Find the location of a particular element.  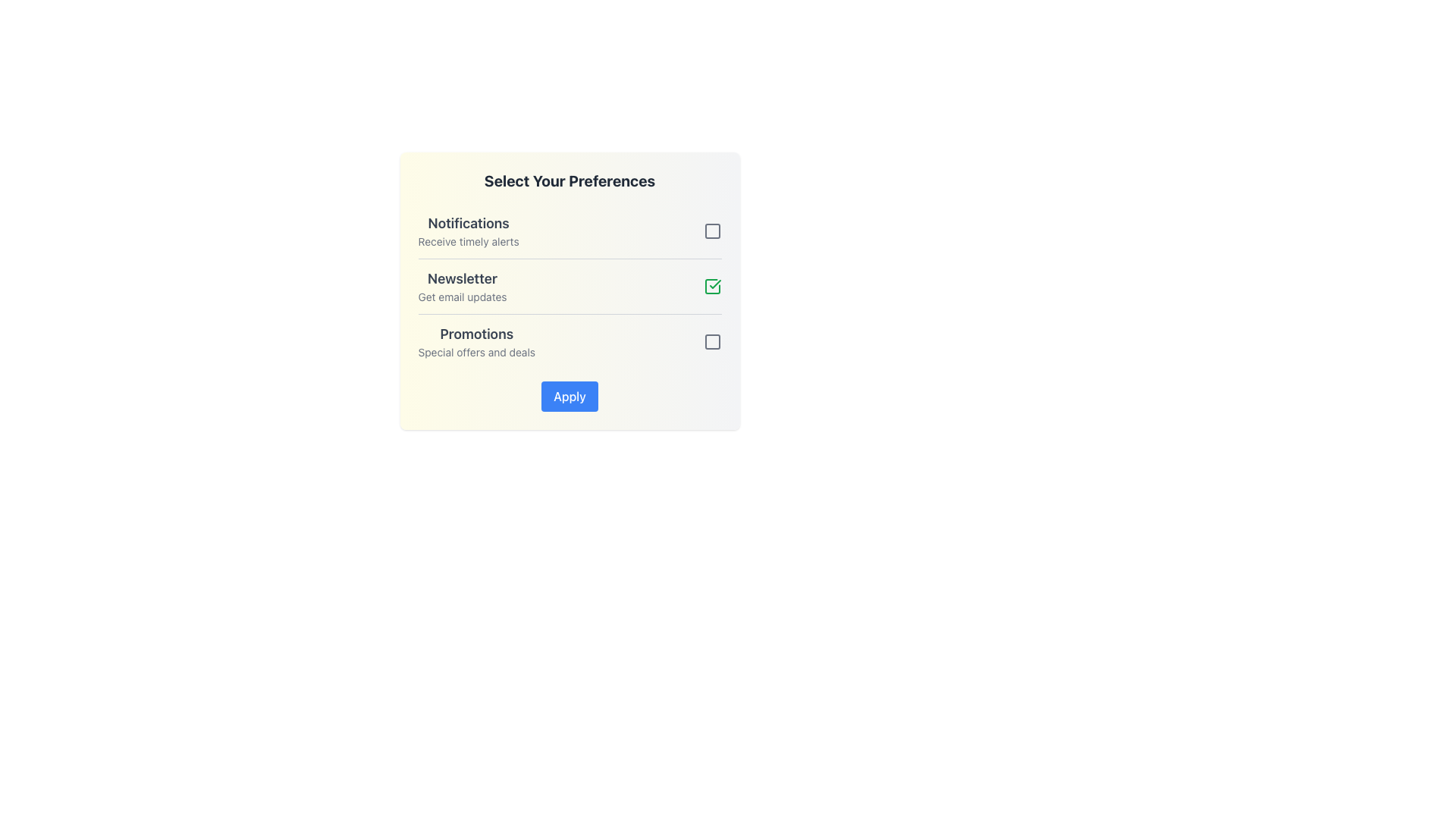

the checkbox located to the far right of the 'Notifications' entry is located at coordinates (711, 231).